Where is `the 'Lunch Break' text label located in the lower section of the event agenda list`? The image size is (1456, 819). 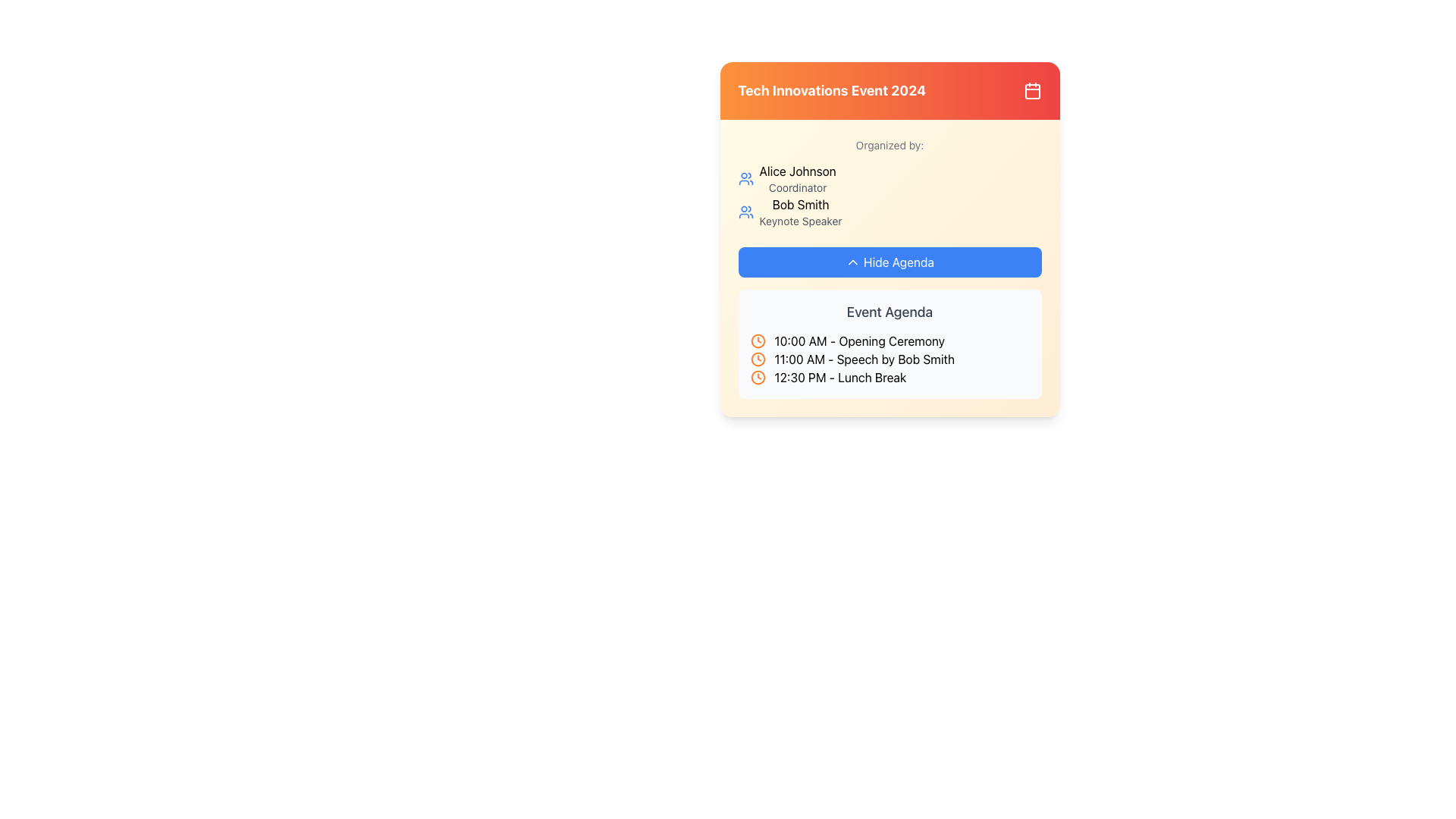
the 'Lunch Break' text label located in the lower section of the event agenda list is located at coordinates (839, 376).